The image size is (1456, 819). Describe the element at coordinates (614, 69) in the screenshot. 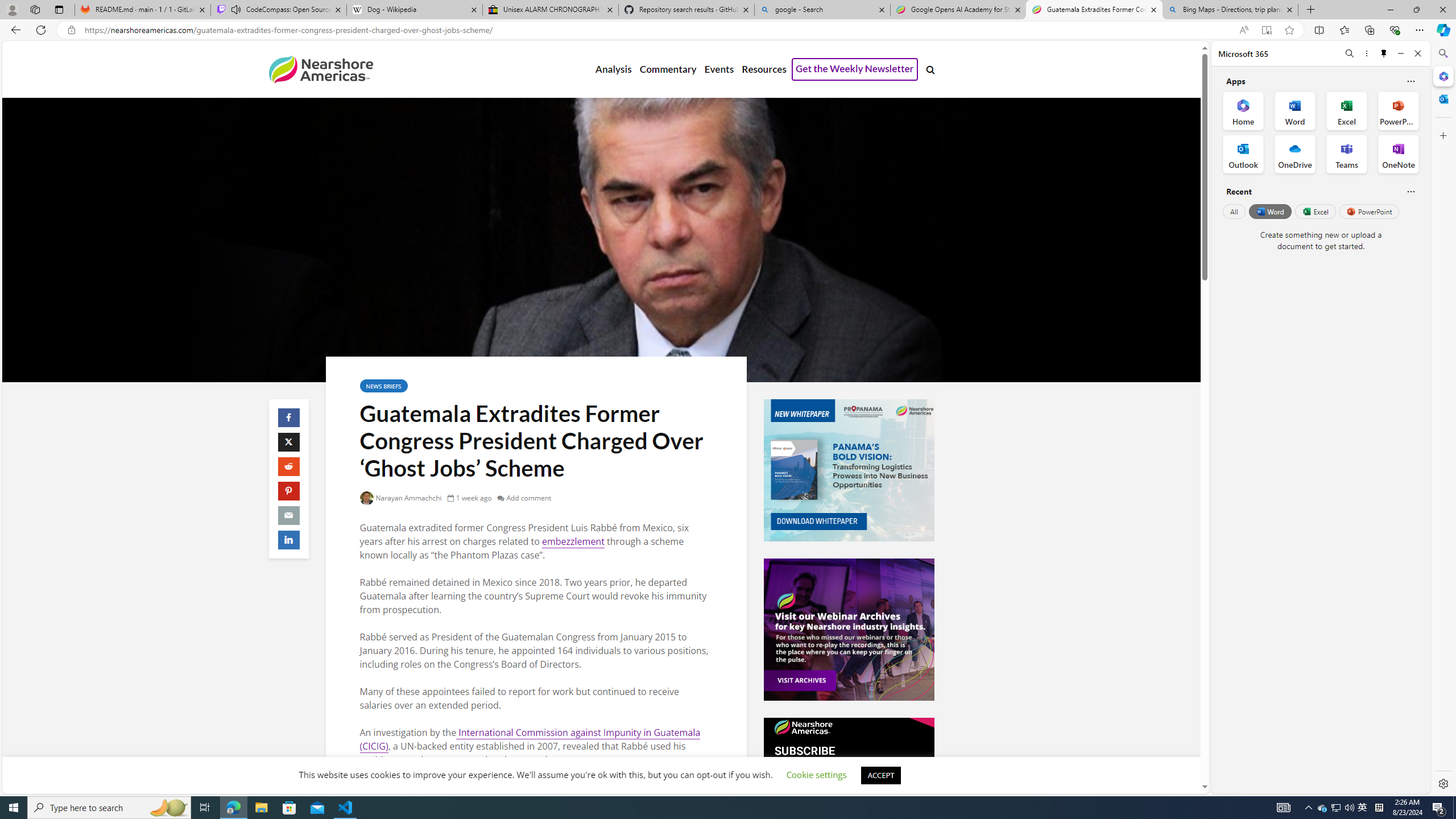

I see `'Analysis'` at that location.